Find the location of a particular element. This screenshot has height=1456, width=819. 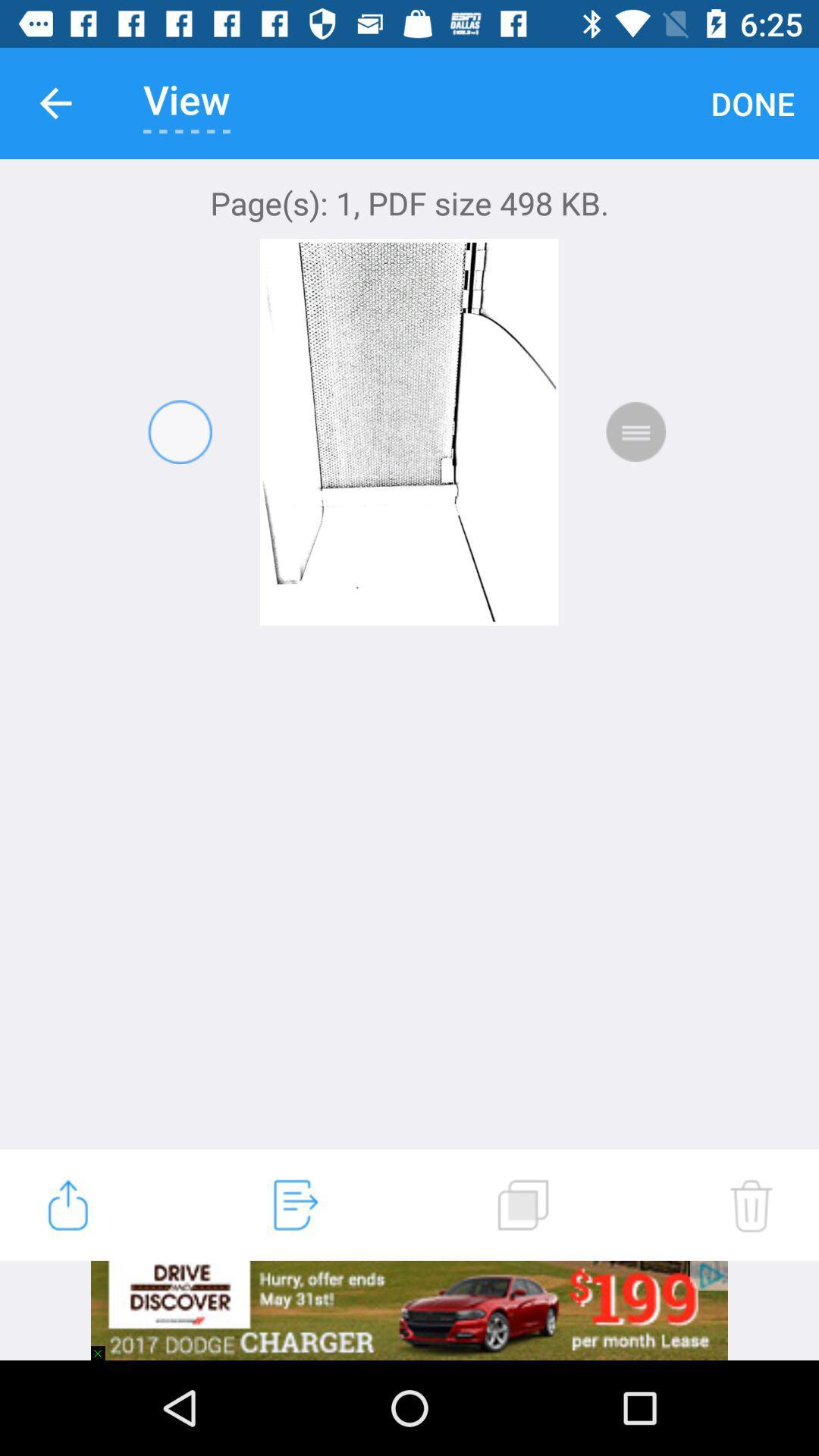

the icon to the left of view icon is located at coordinates (55, 102).